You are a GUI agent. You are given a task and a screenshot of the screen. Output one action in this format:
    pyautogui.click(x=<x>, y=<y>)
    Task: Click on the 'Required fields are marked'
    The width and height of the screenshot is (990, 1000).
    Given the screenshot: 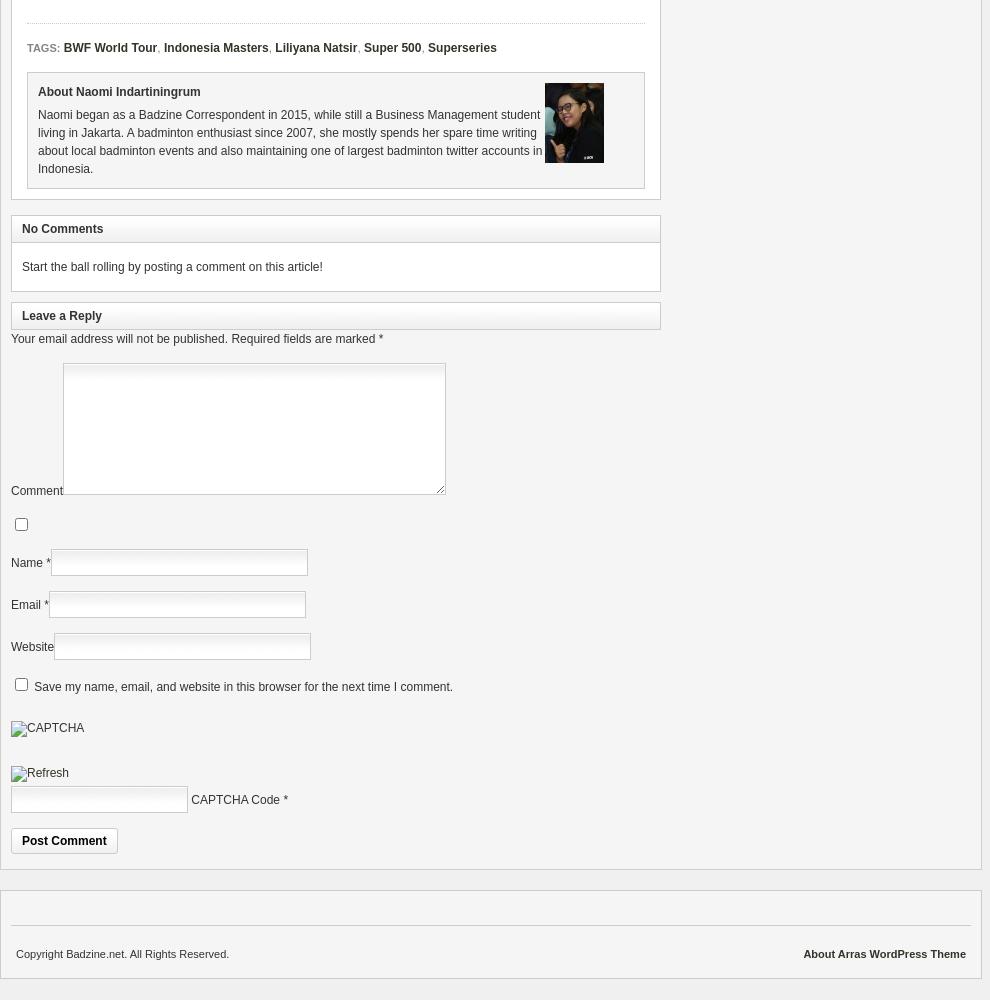 What is the action you would take?
    pyautogui.click(x=229, y=338)
    